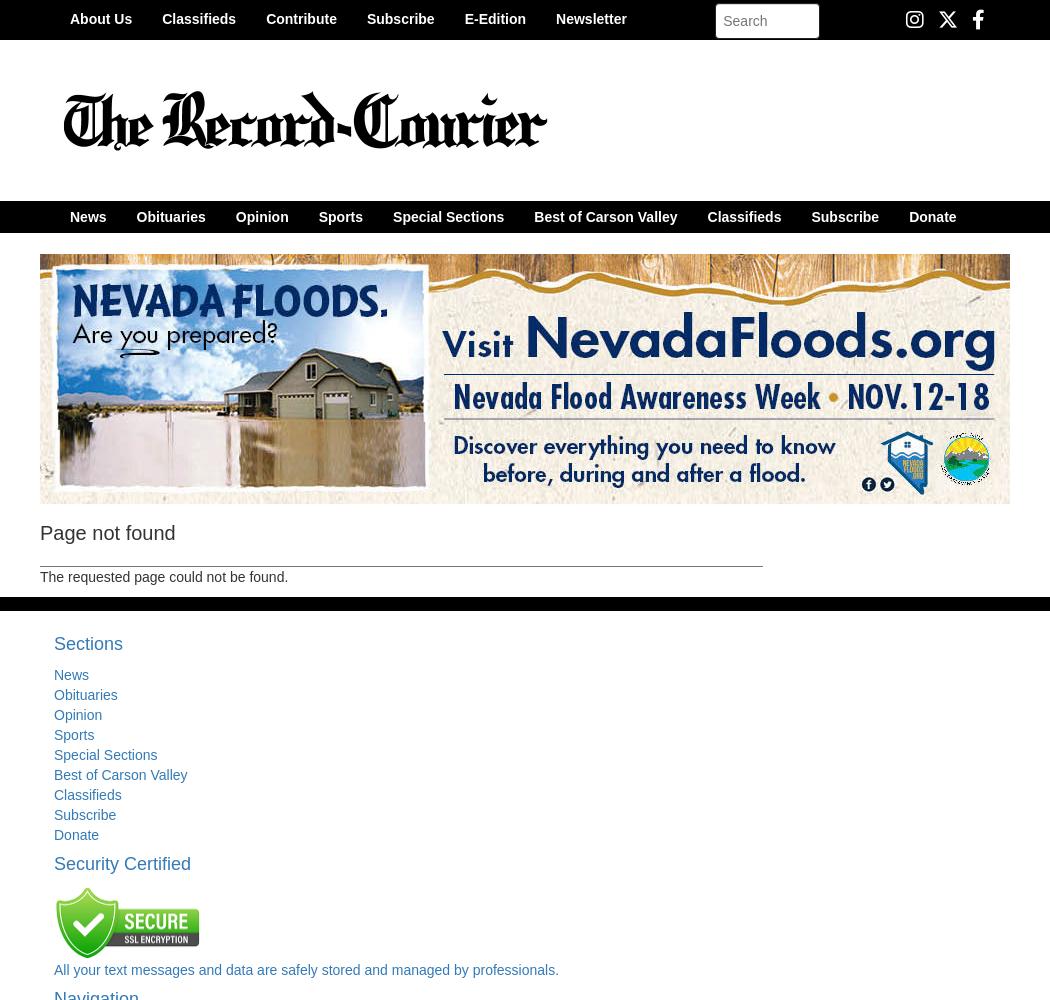 This screenshot has width=1050, height=1000. What do you see at coordinates (52, 862) in the screenshot?
I see `'Security Certified'` at bounding box center [52, 862].